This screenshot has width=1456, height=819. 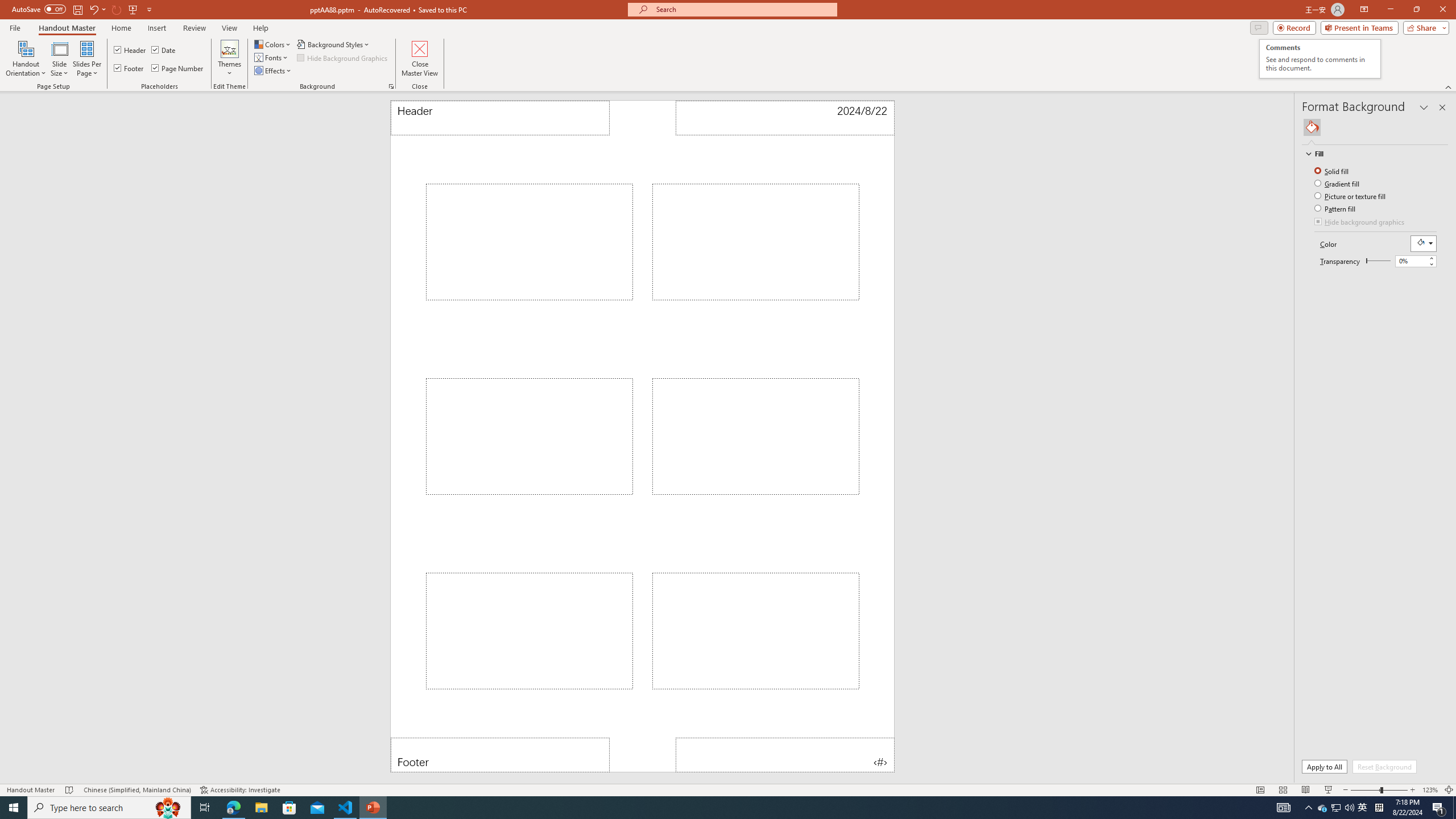 I want to click on 'Zoom 123%', so click(x=1430, y=790).